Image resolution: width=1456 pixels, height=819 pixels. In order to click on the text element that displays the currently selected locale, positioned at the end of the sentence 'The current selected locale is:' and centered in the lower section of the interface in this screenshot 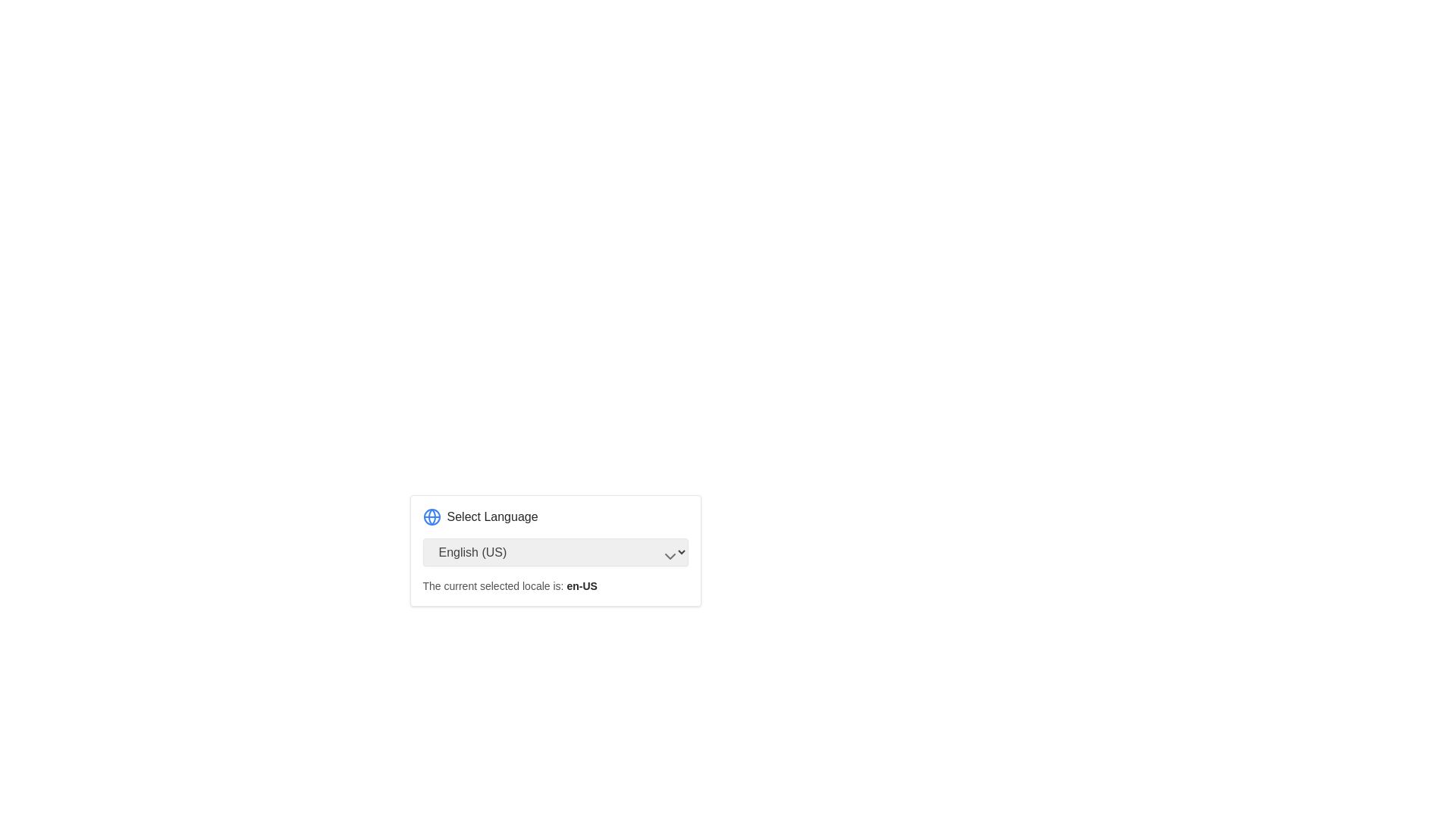, I will do `click(581, 585)`.